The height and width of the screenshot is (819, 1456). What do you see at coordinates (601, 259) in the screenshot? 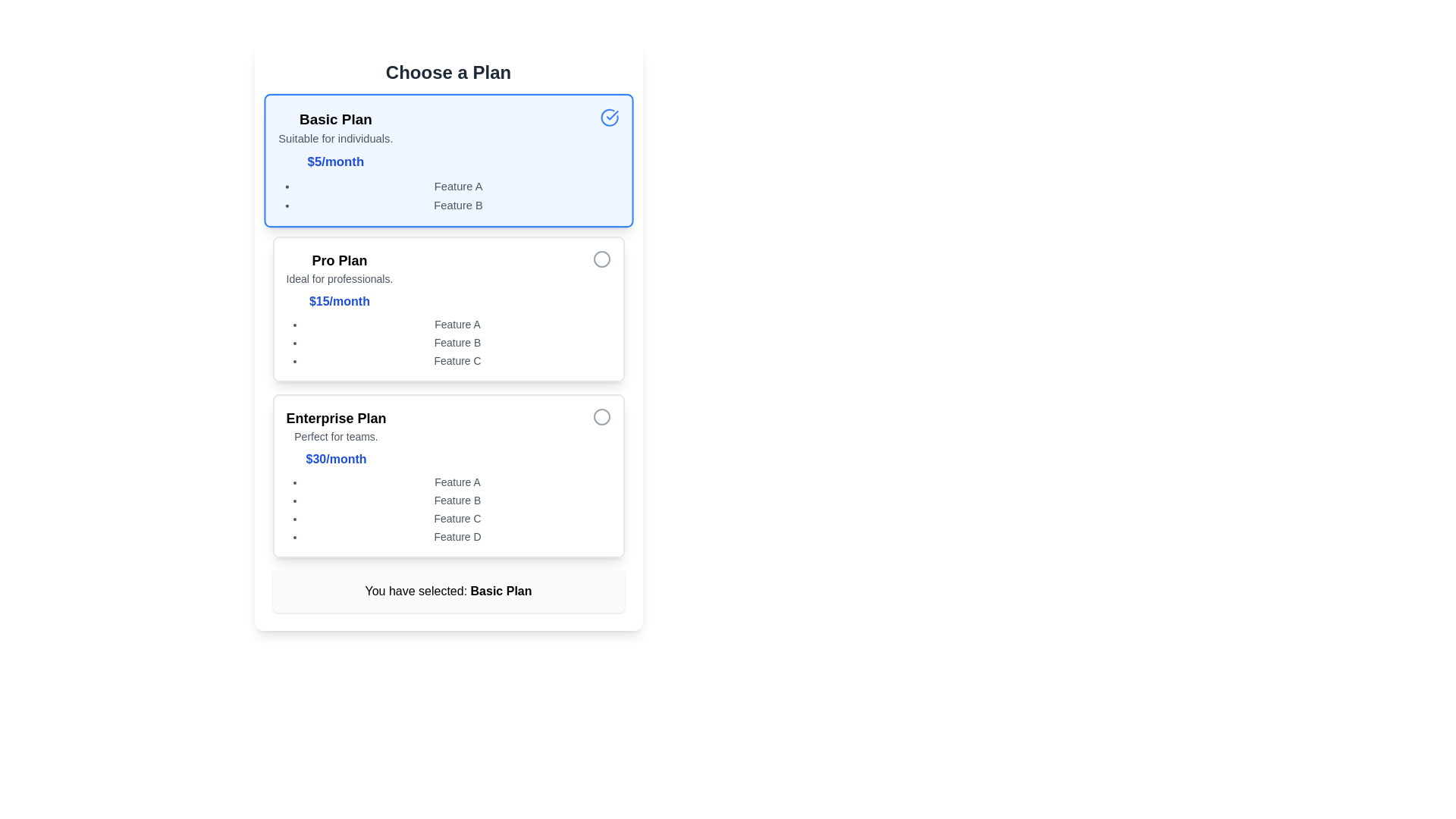
I see `the SVG Circle located at the top-right corner of the Pro Plan card, which serves as a decorative or interactive visual indicator` at bounding box center [601, 259].